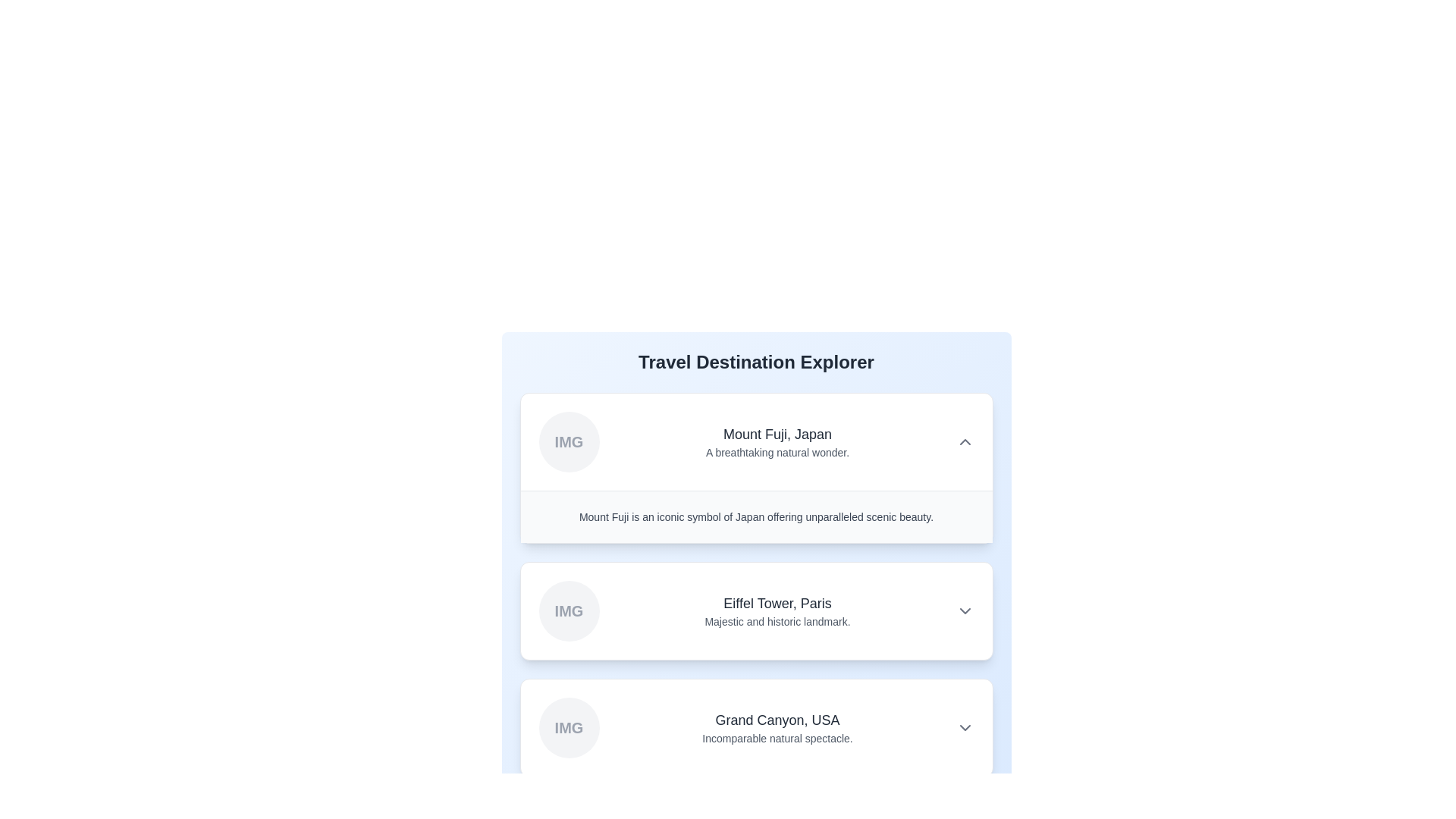 Image resolution: width=1456 pixels, height=819 pixels. I want to click on the image placeholder of the destination Eiffel Tower, Paris, so click(568, 610).